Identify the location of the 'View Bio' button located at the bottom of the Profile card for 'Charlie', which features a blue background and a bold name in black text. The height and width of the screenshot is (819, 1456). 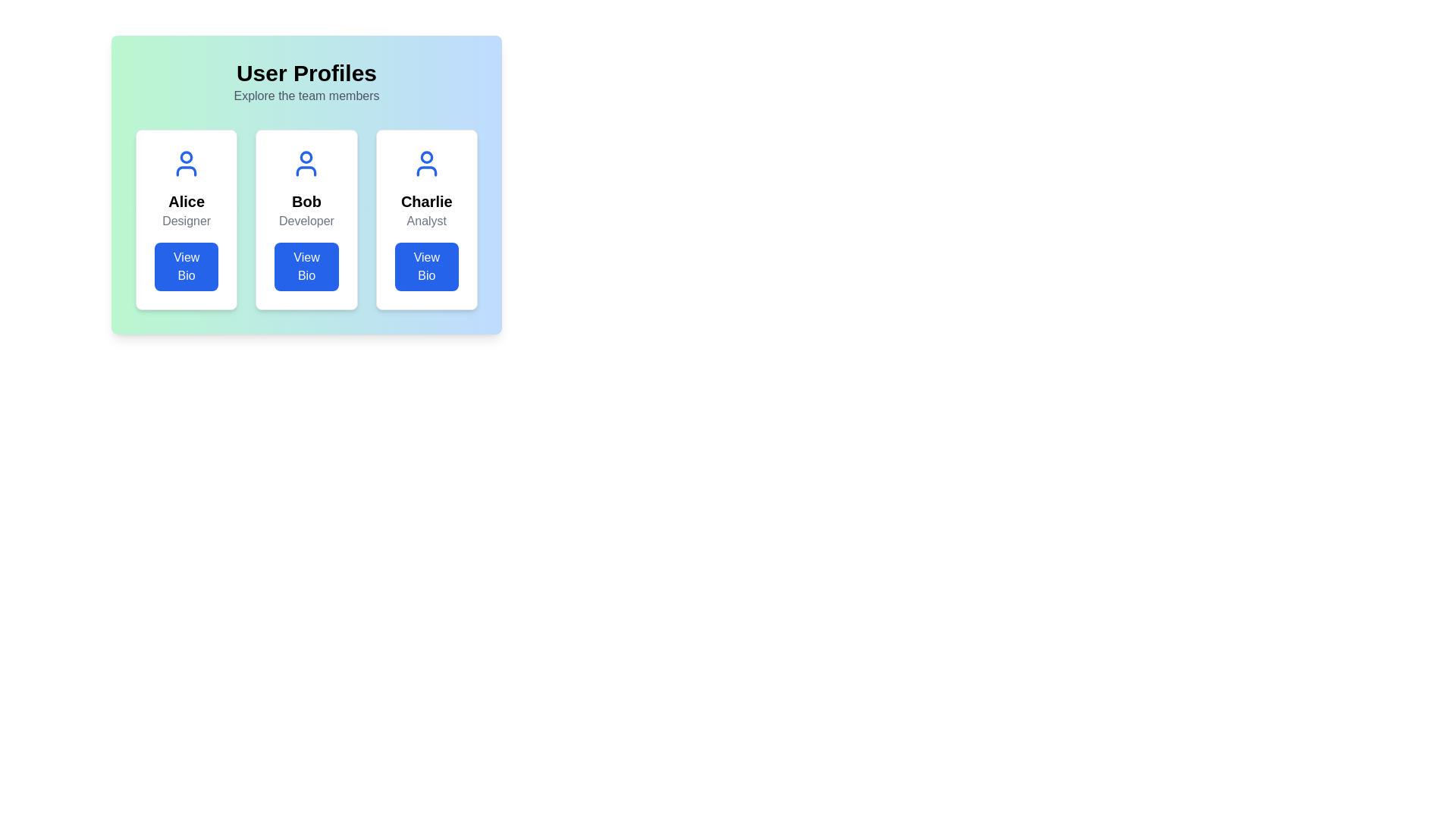
(425, 219).